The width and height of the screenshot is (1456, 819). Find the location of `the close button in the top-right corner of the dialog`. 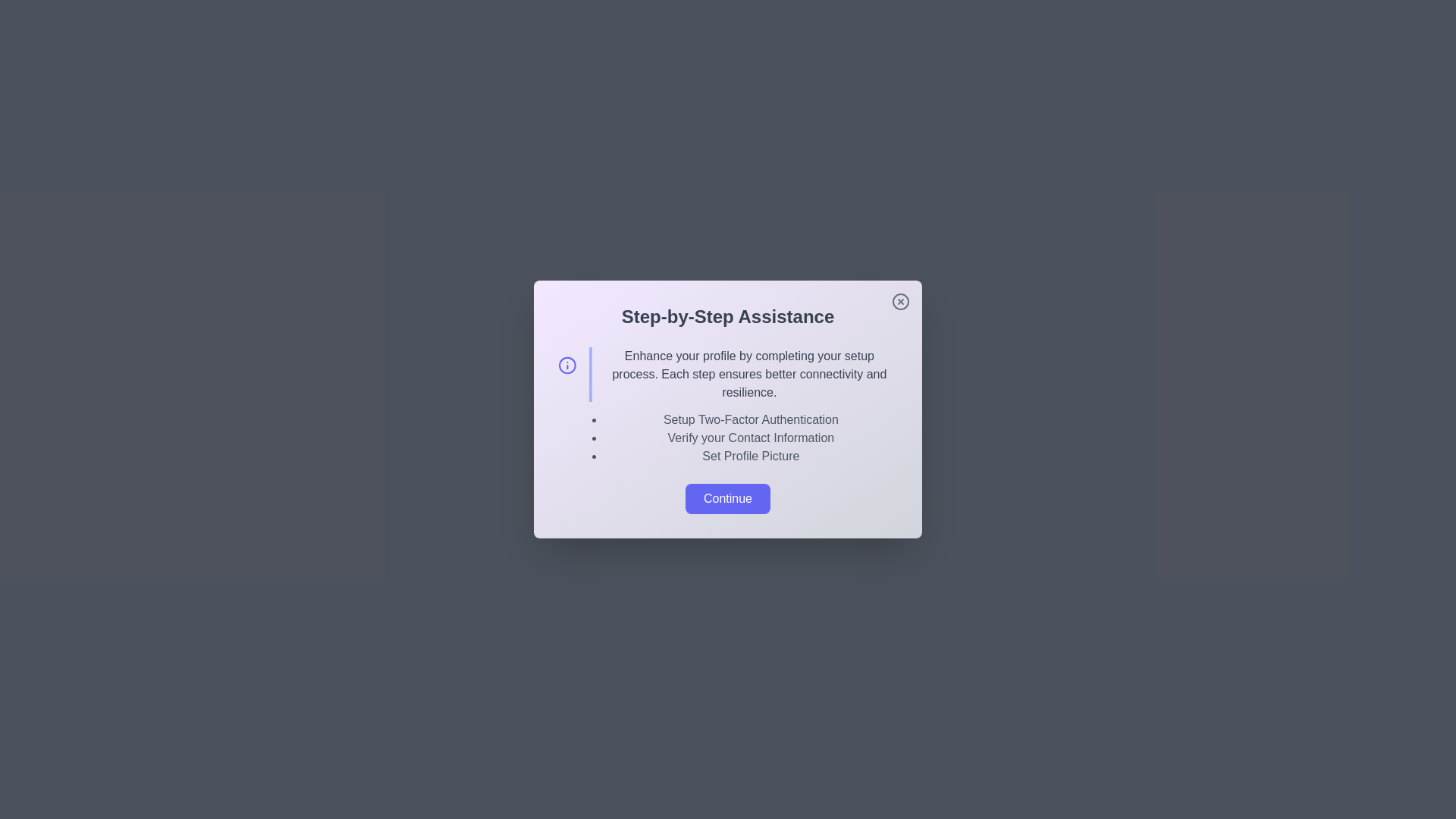

the close button in the top-right corner of the dialog is located at coordinates (901, 301).